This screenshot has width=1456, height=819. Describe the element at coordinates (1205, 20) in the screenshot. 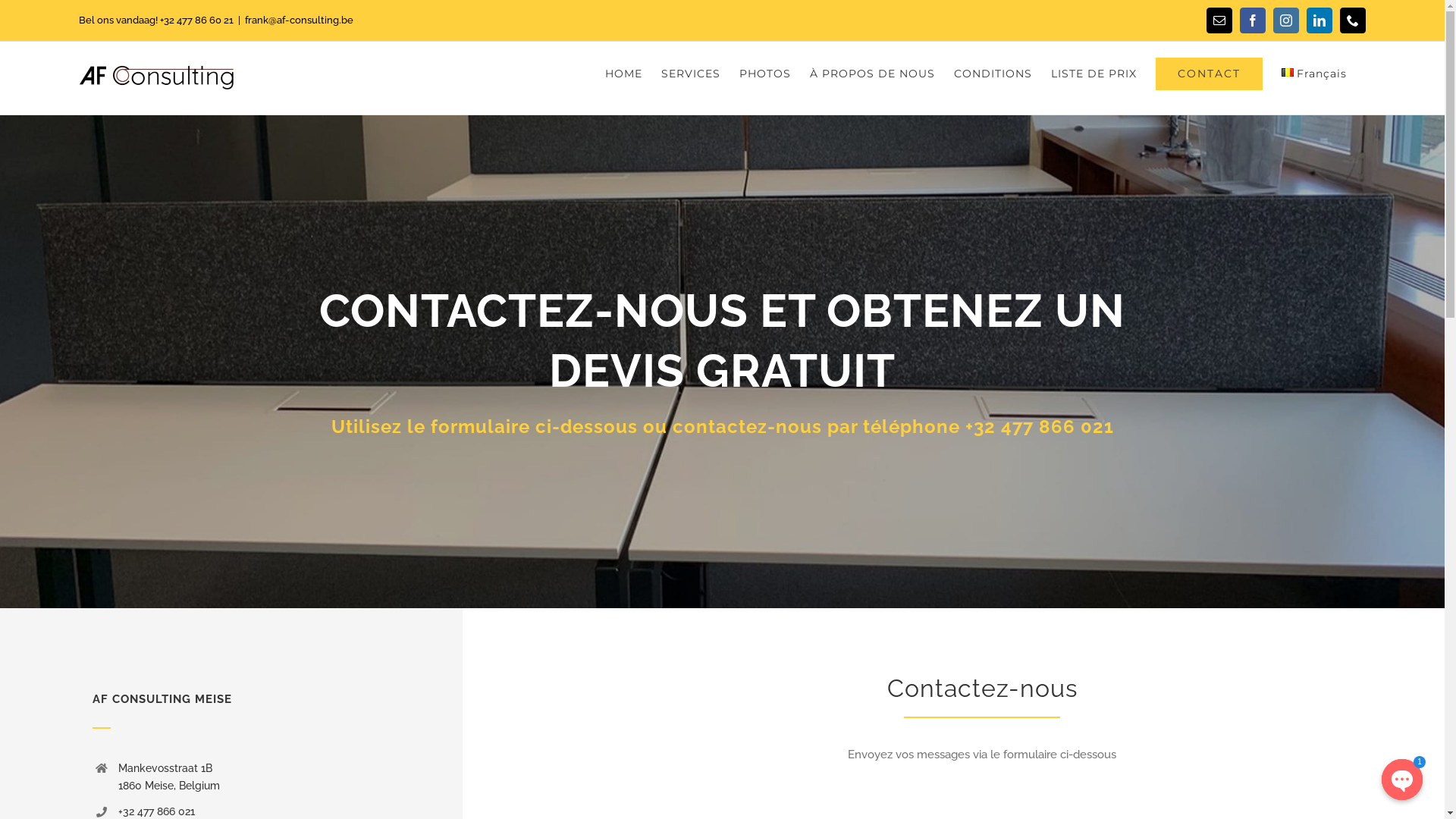

I see `'Email'` at that location.